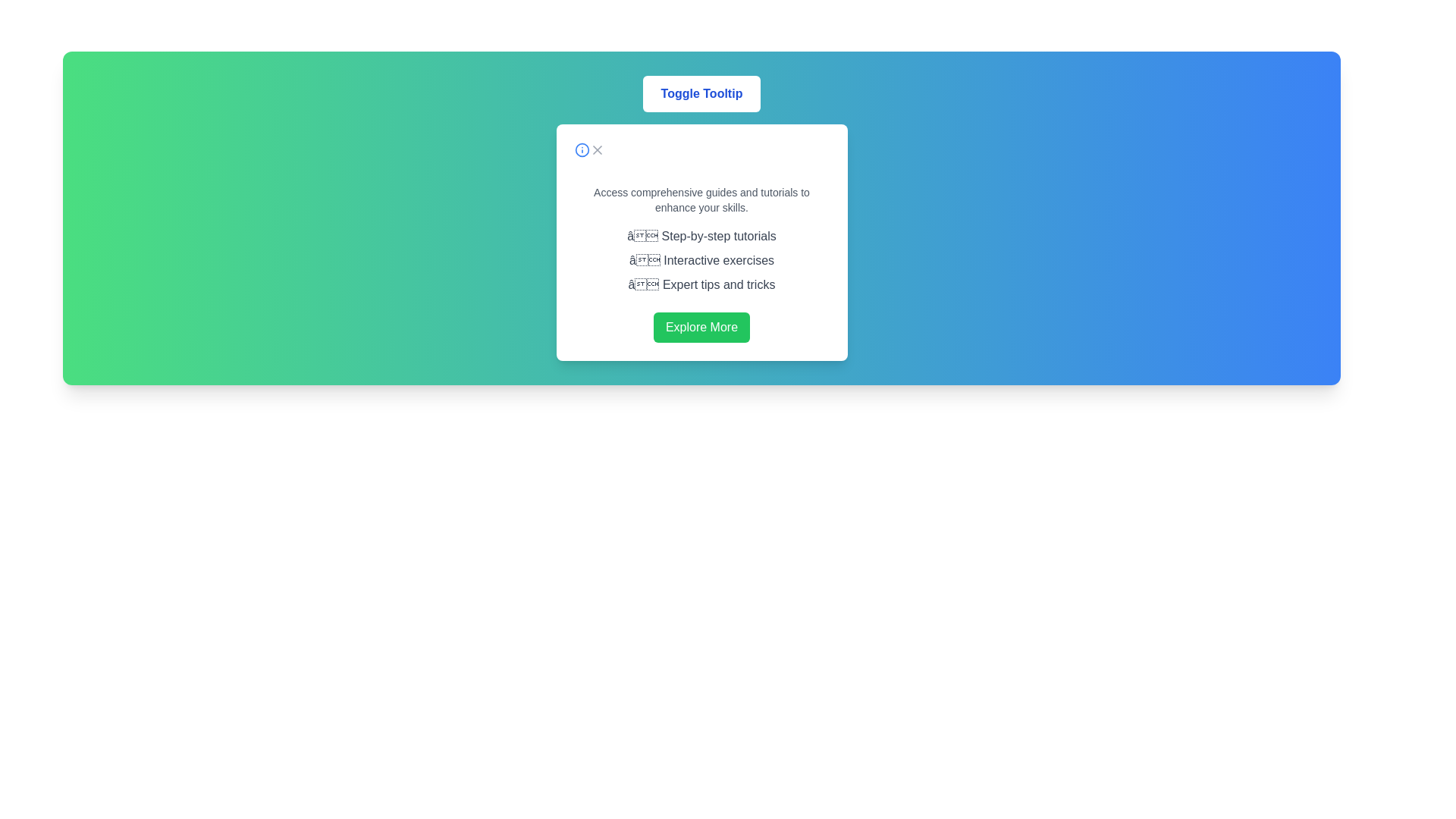 This screenshot has width=1456, height=819. Describe the element at coordinates (581, 149) in the screenshot. I see `the circular information icon with a blue border located in the top-left area of the modal dialogue, positioned to the left of the 'X' close button` at that location.